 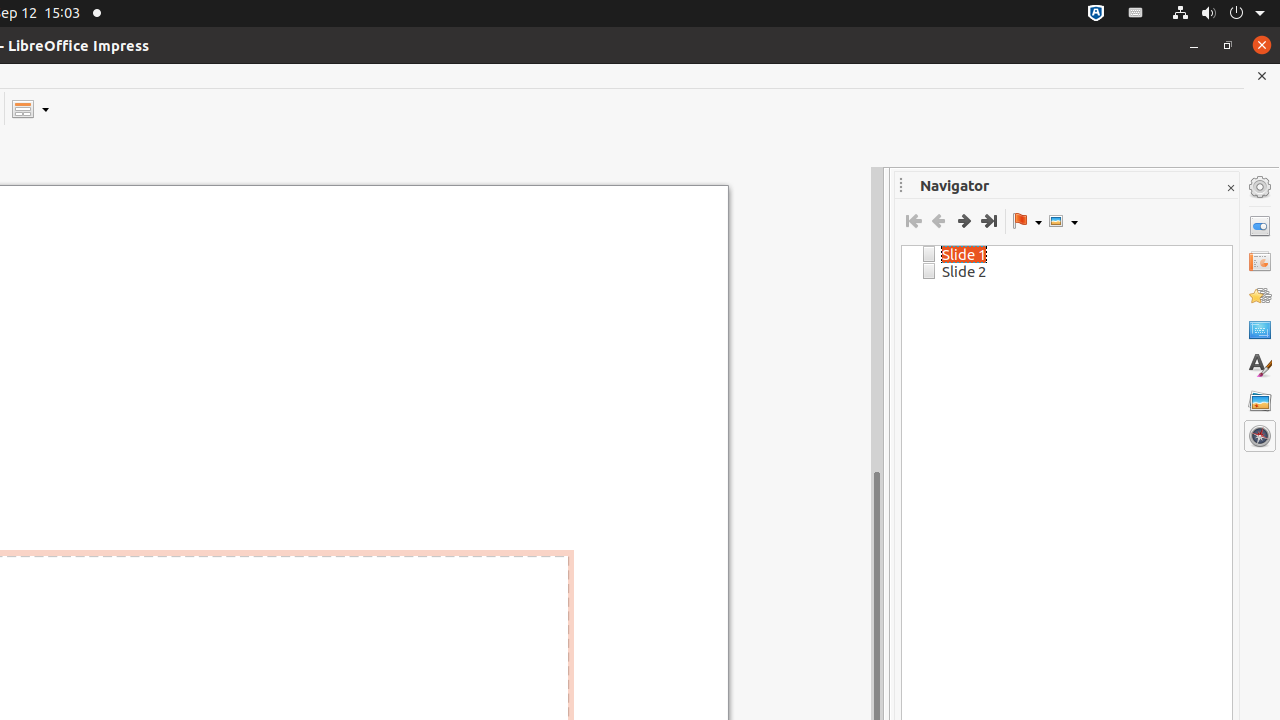 I want to click on 'Close Sidebar Deck', so click(x=1229, y=188).